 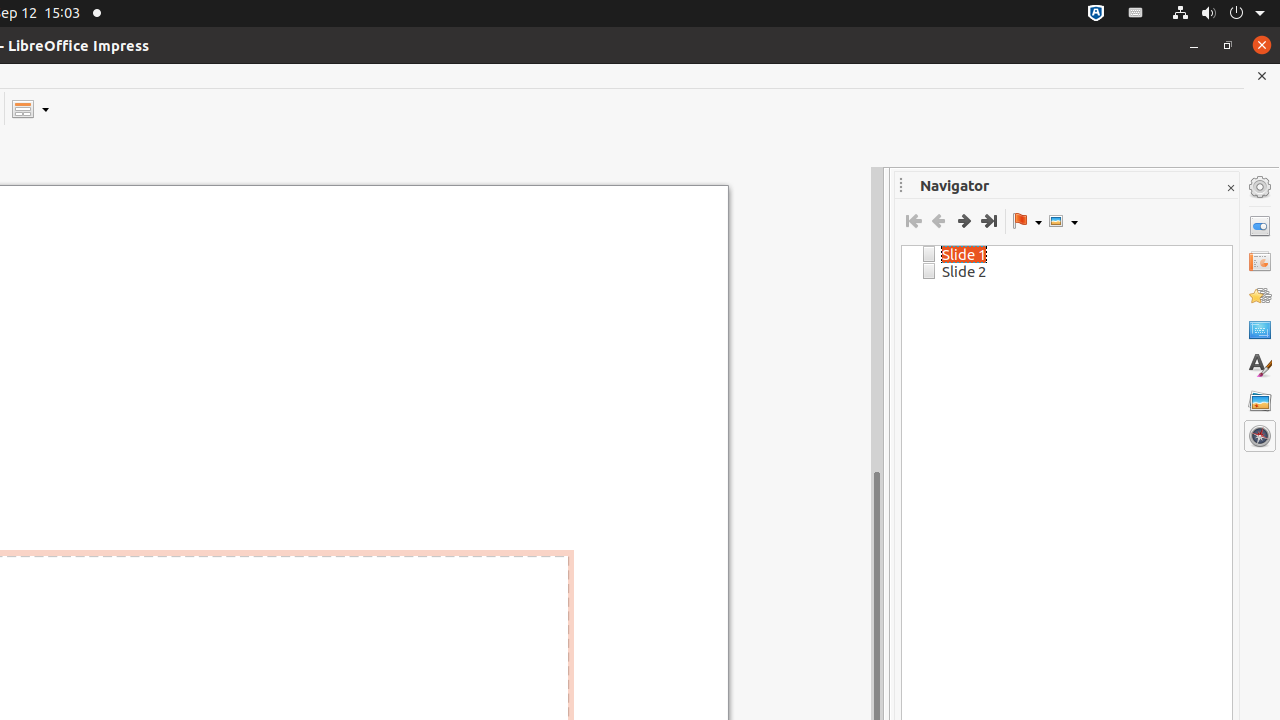 I want to click on 'Close Sidebar Deck', so click(x=1229, y=188).